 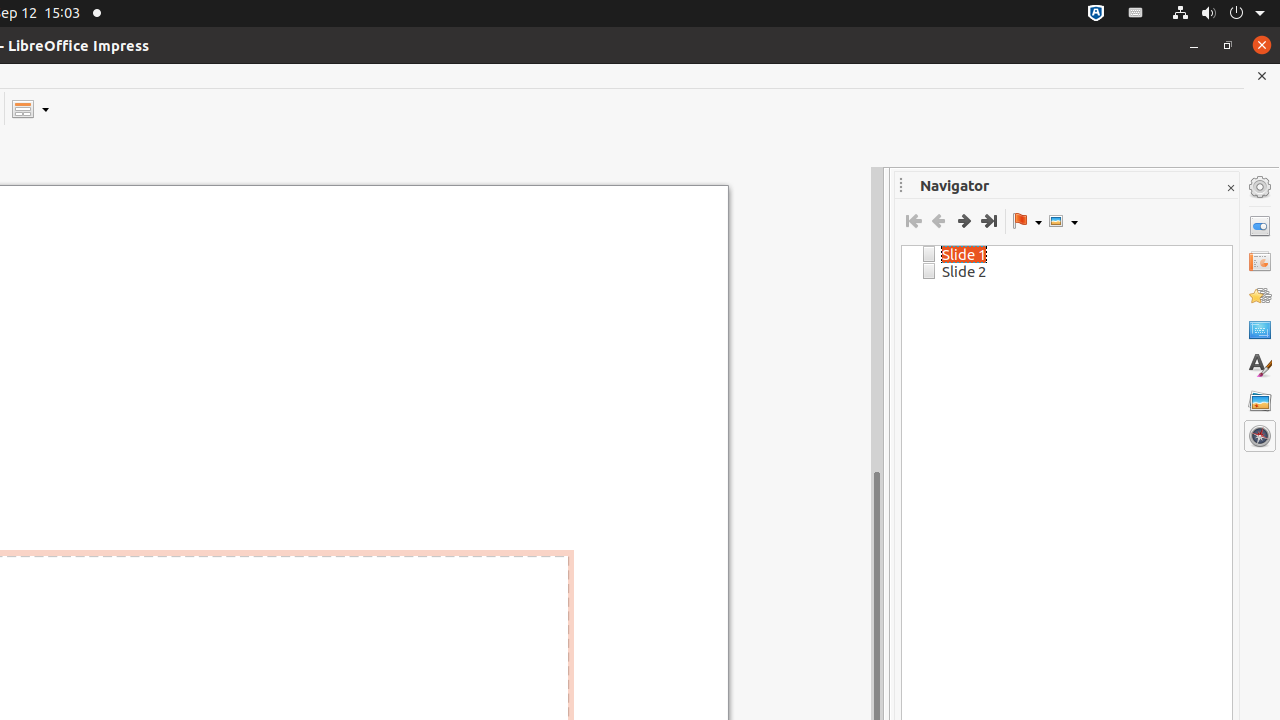 I want to click on 'Close Sidebar Deck', so click(x=1229, y=188).